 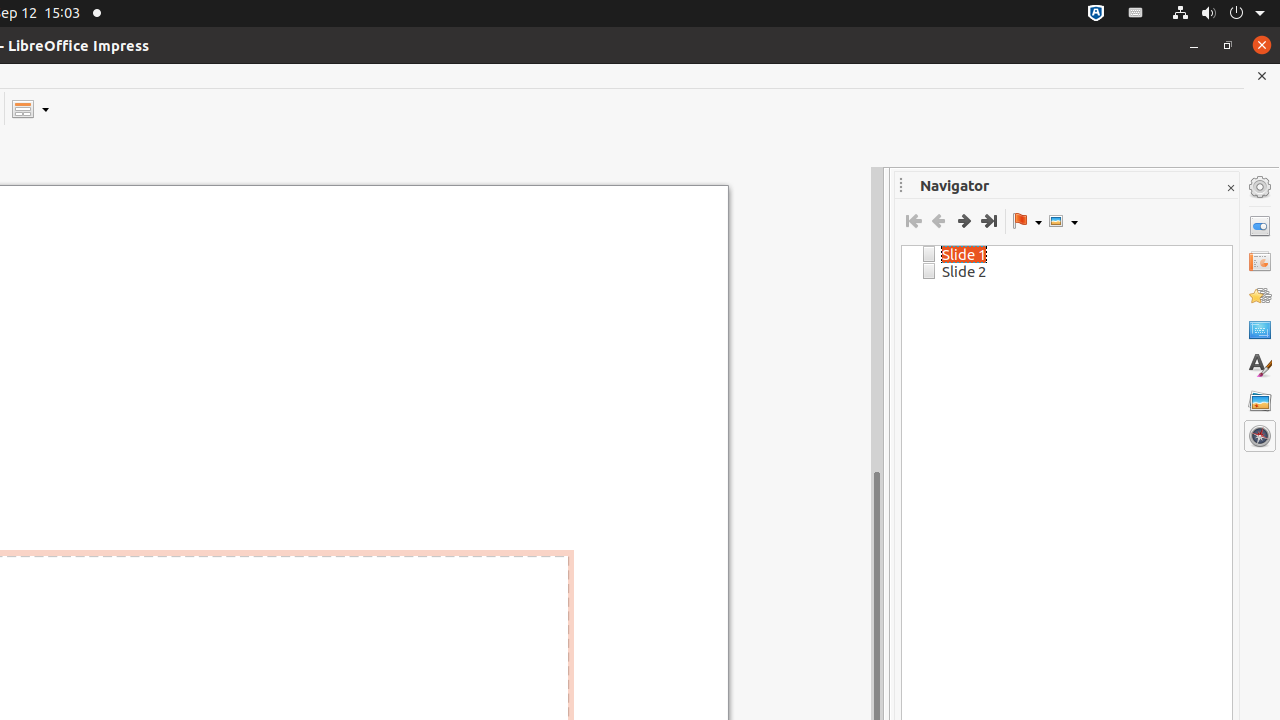 I want to click on 'Close Sidebar Deck', so click(x=1229, y=188).